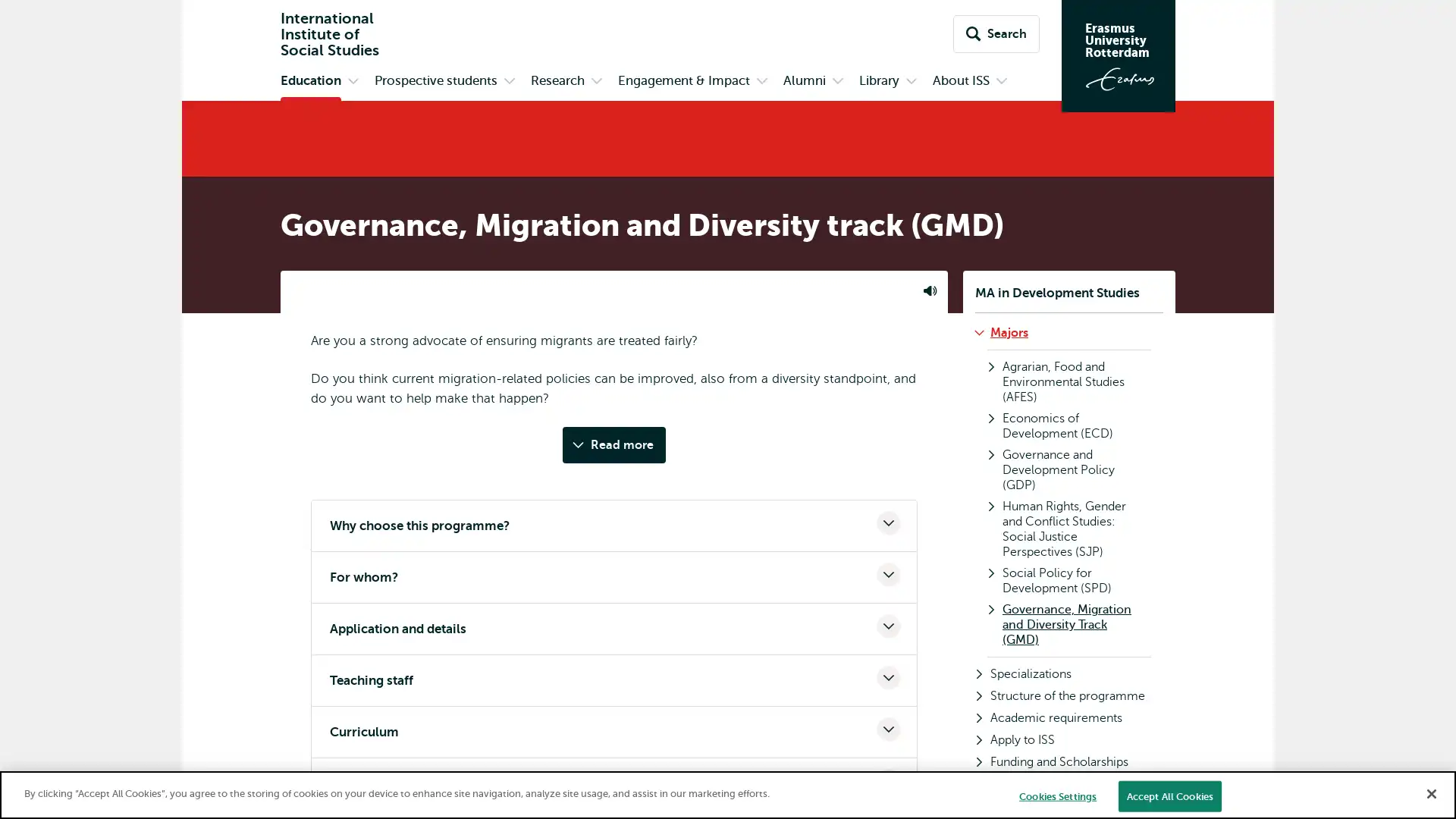  Describe the element at coordinates (761, 82) in the screenshot. I see `Open submenu` at that location.